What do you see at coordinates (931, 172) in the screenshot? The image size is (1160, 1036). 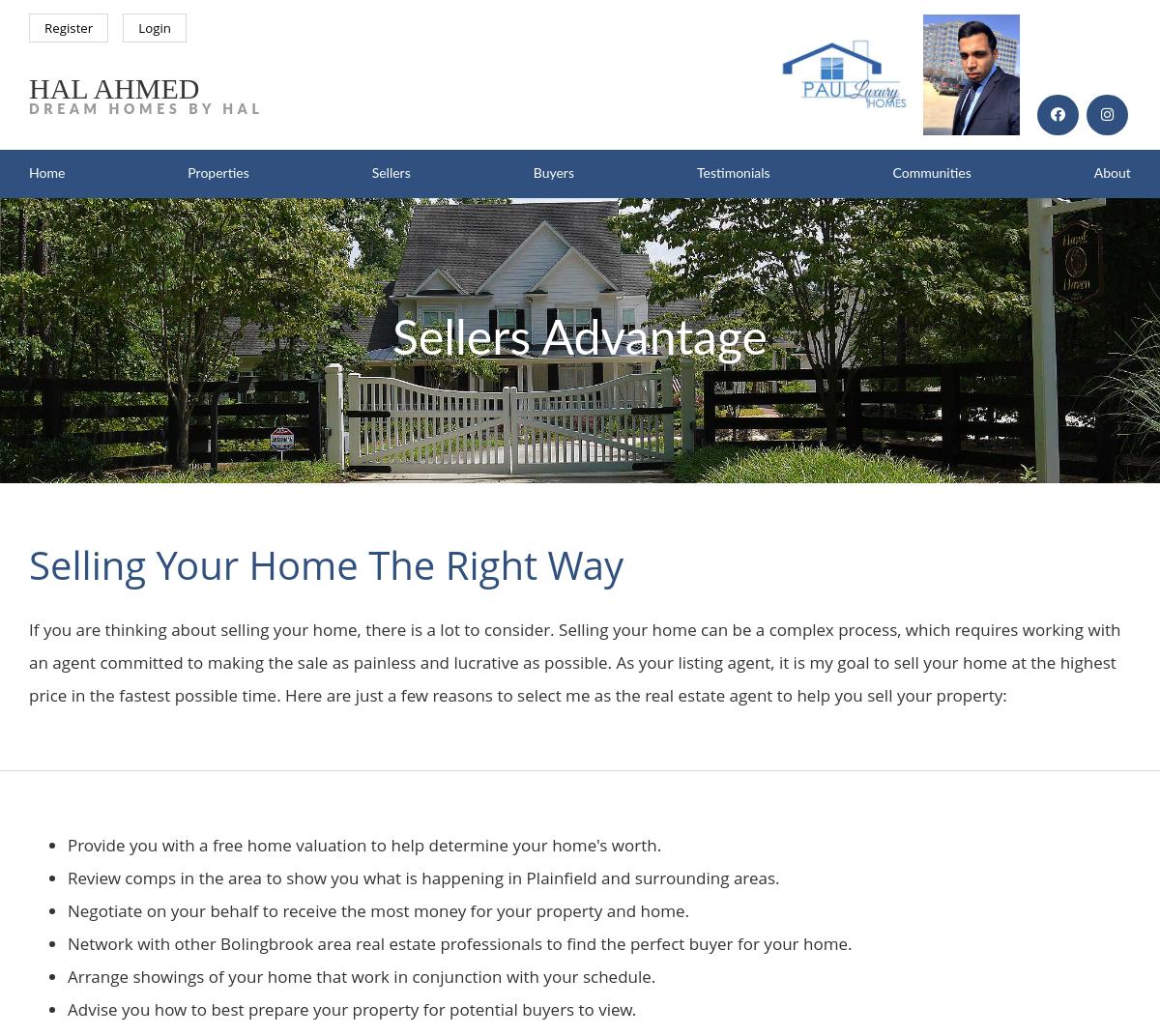 I see `'Communities'` at bounding box center [931, 172].